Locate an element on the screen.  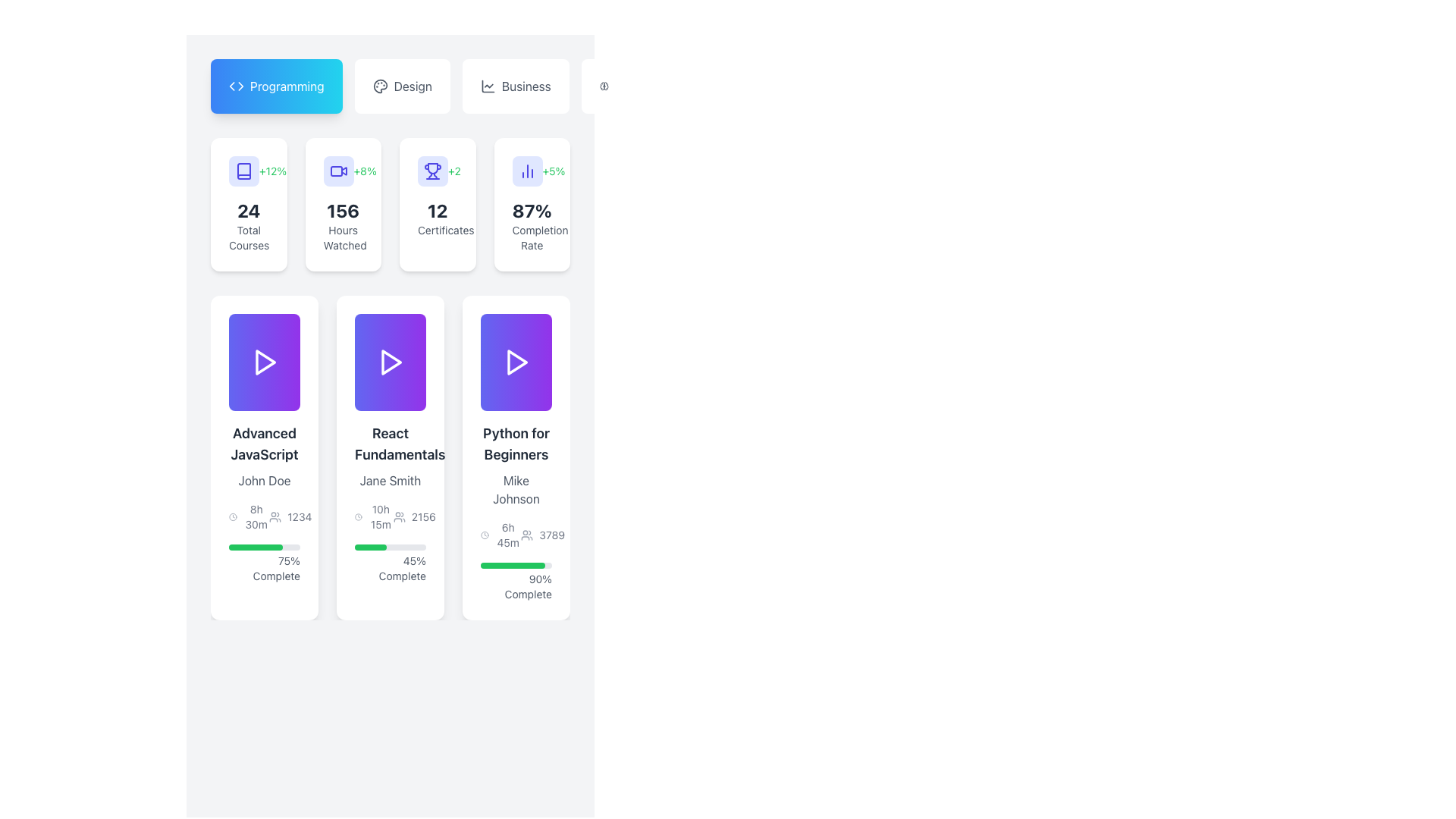
the progress information displayed on the Text Label with Progress Indicator located at the bottom of the 'React Fundamentals' card, beneath the progress bar is located at coordinates (390, 564).